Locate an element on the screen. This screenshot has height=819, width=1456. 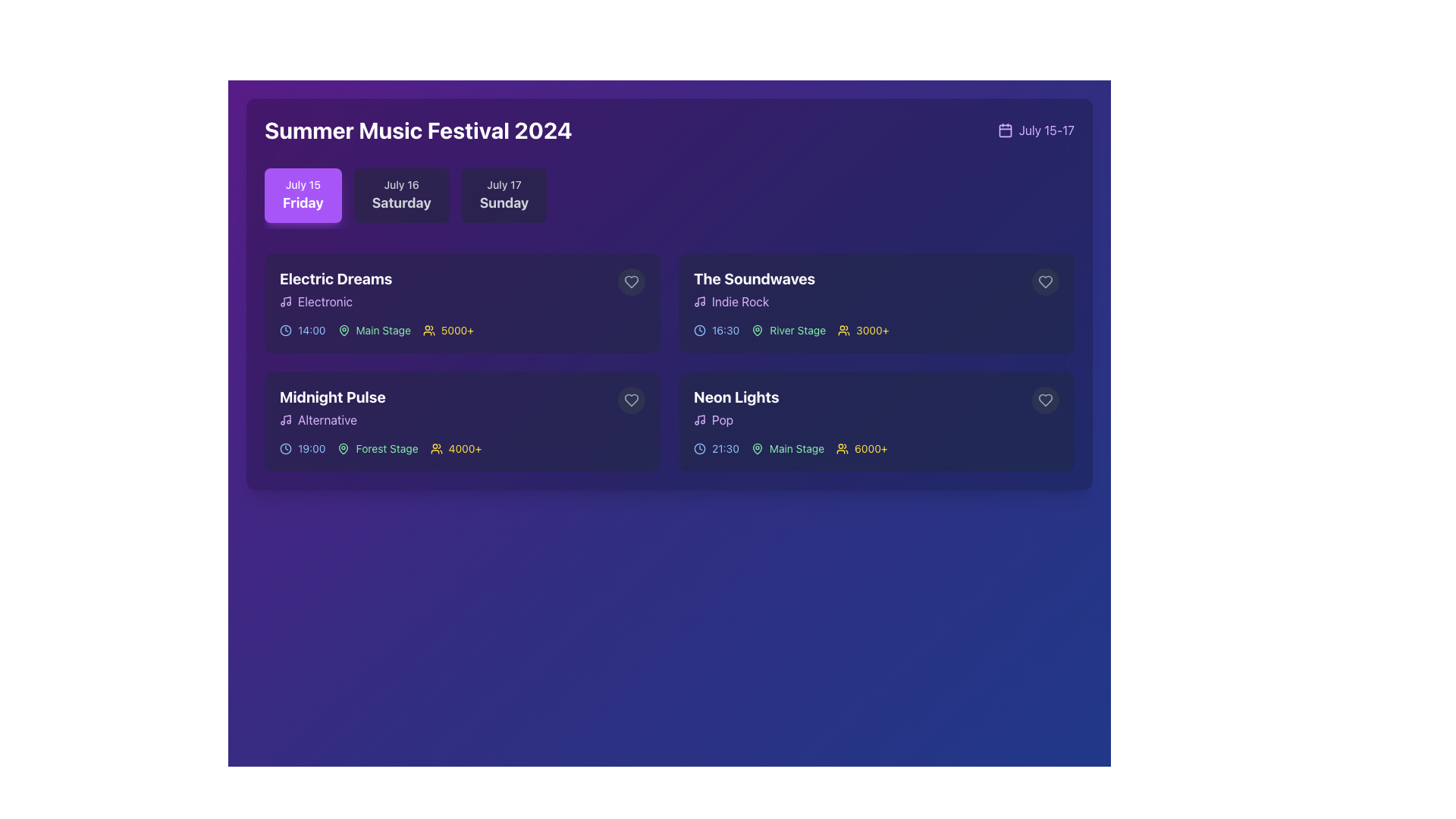
the clock icon located to the left of the time label '14:00' in the event details for 'Electric Dreams' on the 'July 15 Friday' tab is located at coordinates (286, 329).